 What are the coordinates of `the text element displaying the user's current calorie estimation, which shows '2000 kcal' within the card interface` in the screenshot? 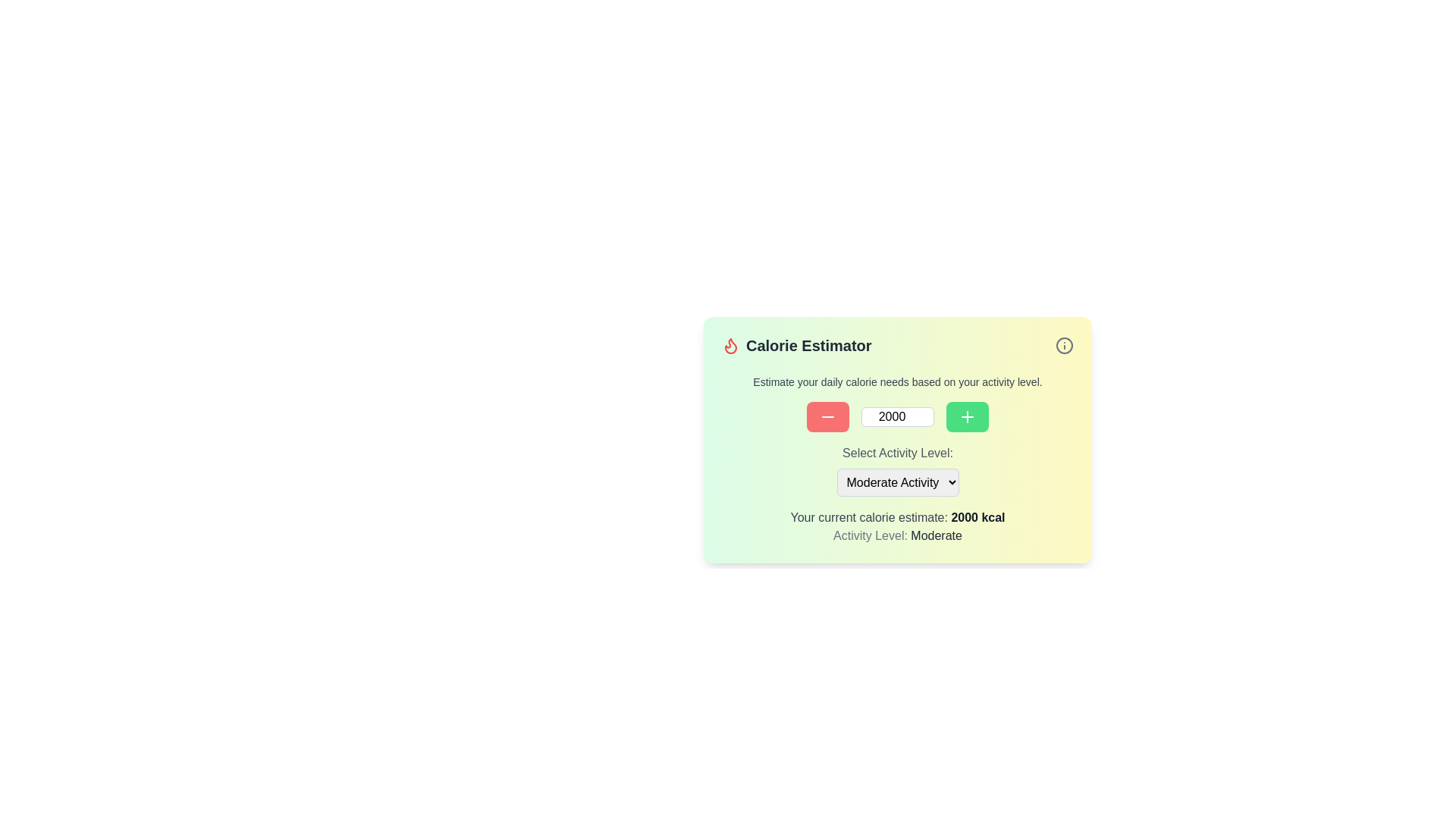 It's located at (978, 516).